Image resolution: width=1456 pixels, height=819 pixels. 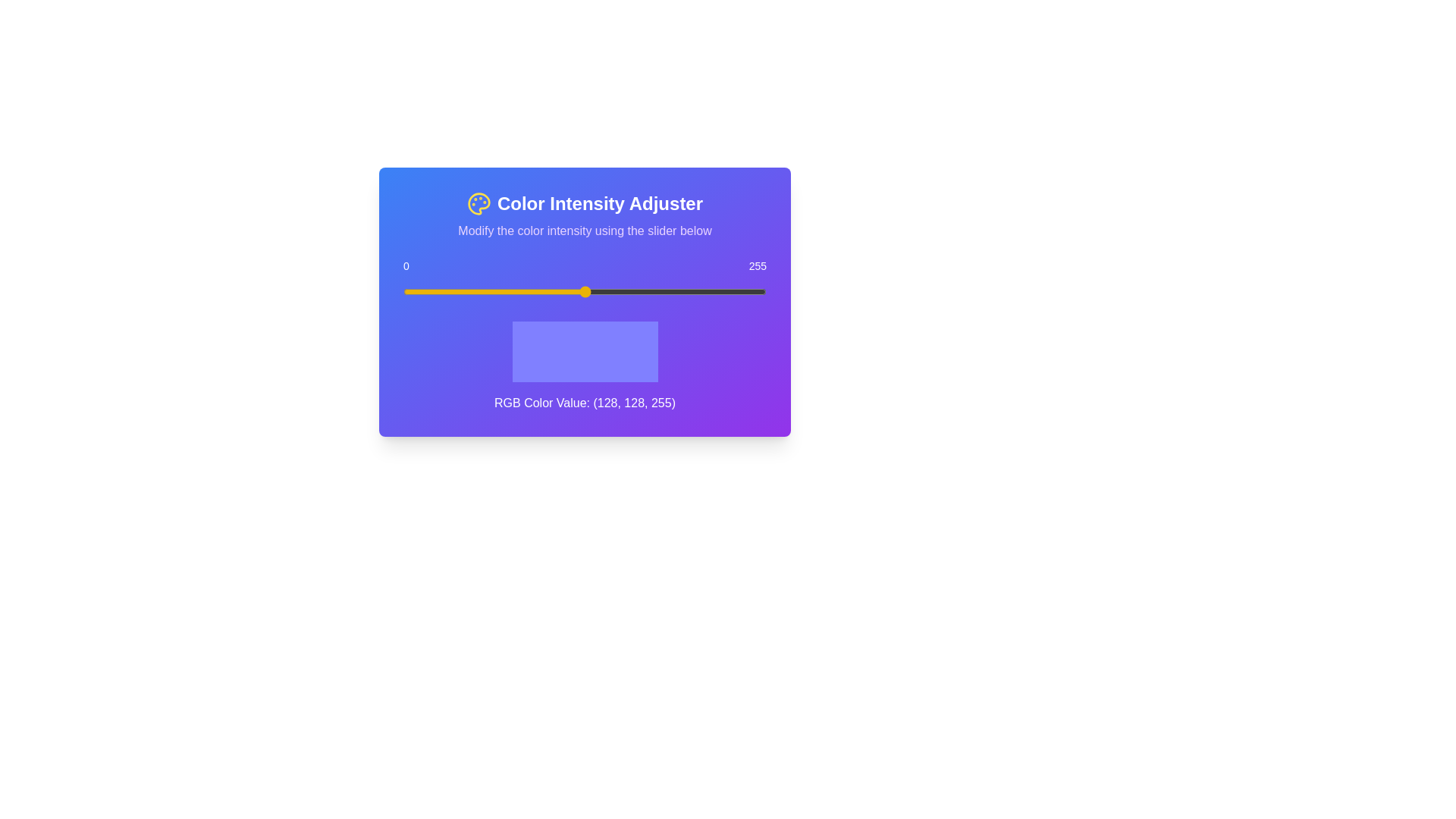 What do you see at coordinates (764, 292) in the screenshot?
I see `the slider to set the value to 253` at bounding box center [764, 292].